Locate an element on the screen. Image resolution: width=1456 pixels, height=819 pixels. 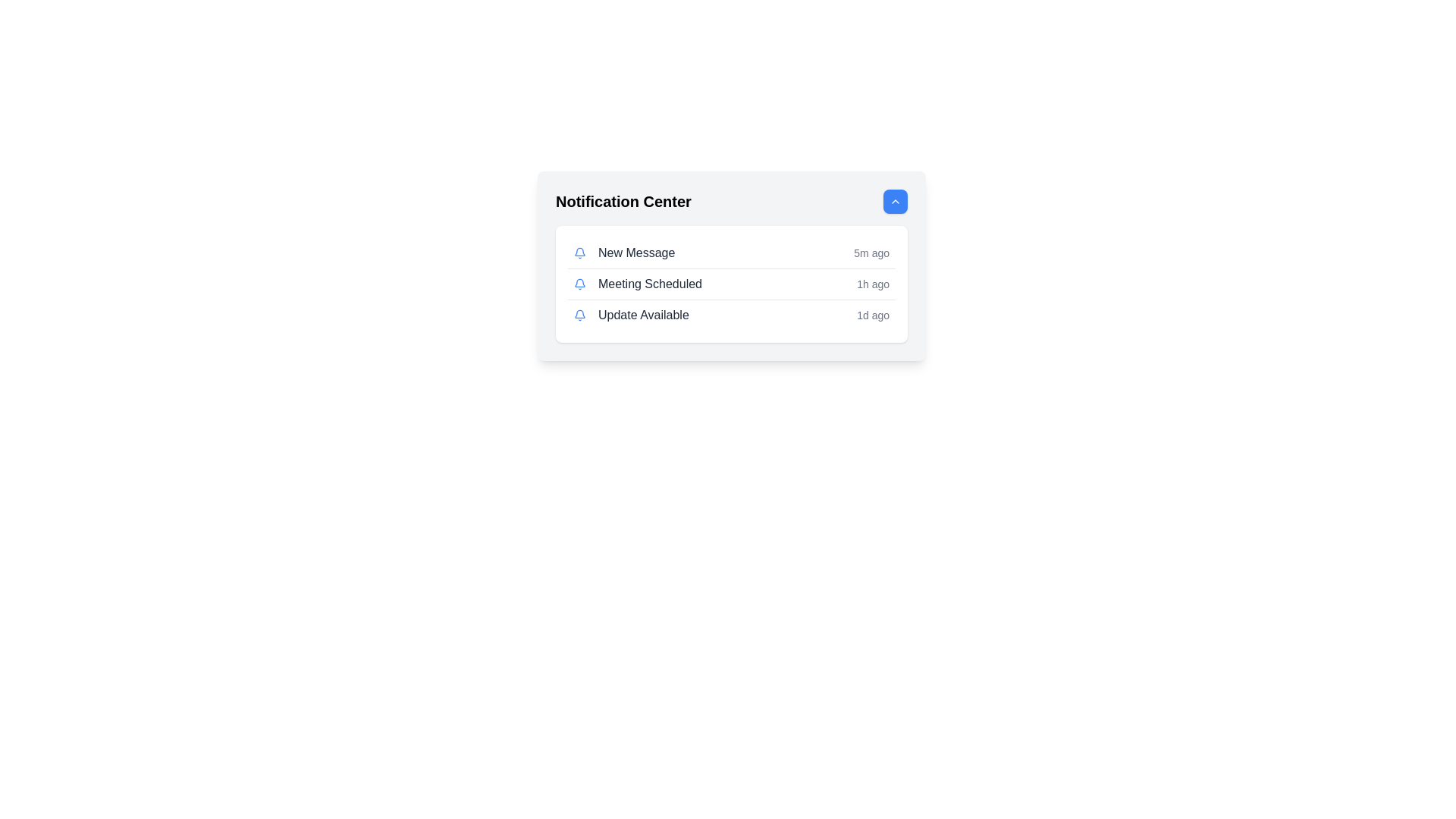
the notification list item titled 'Meeting Scheduled' that occurred '1h ago', which is the second item is located at coordinates (731, 284).